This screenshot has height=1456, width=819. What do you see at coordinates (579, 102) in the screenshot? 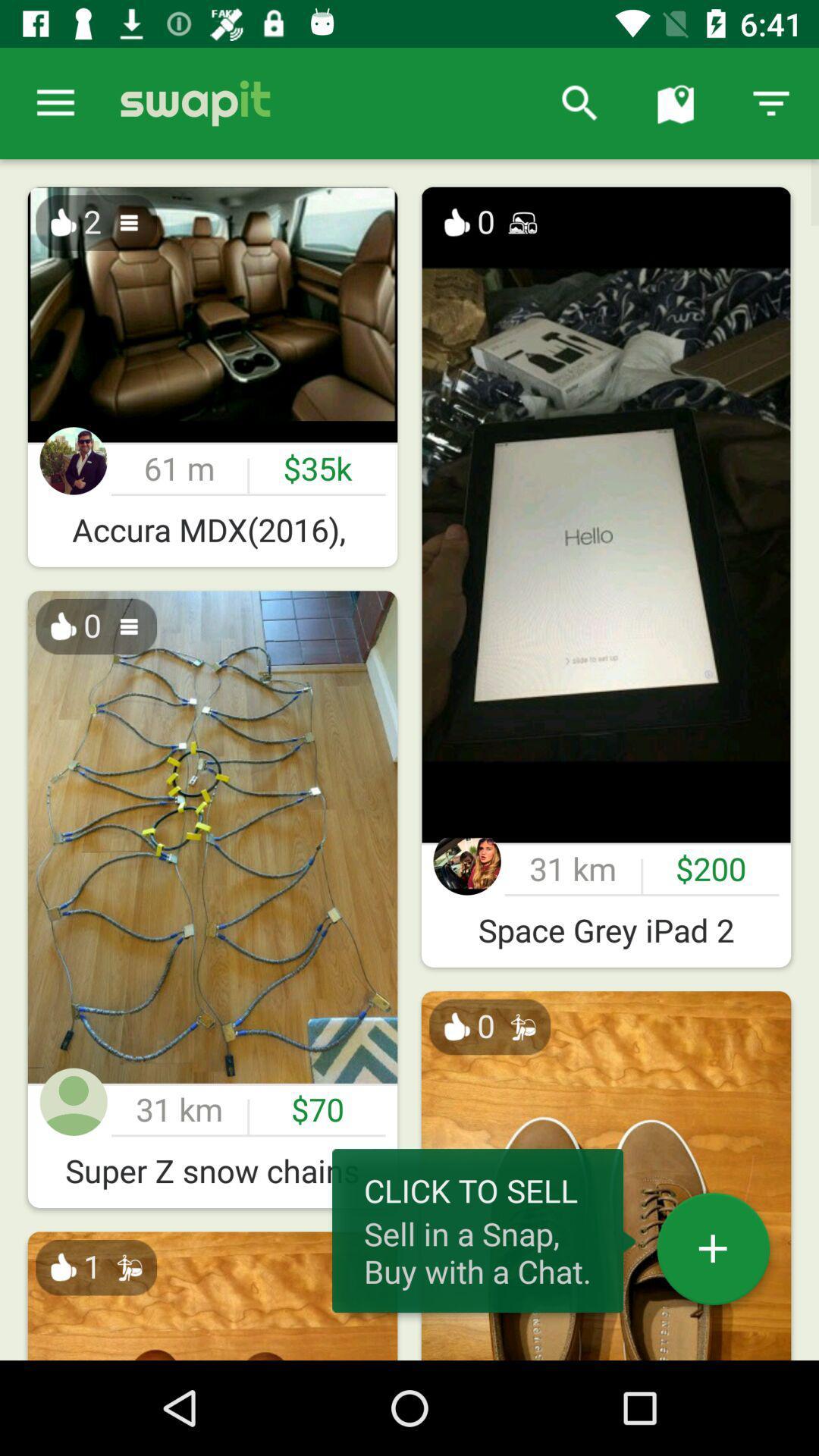
I see `item to the right of the it item` at bounding box center [579, 102].